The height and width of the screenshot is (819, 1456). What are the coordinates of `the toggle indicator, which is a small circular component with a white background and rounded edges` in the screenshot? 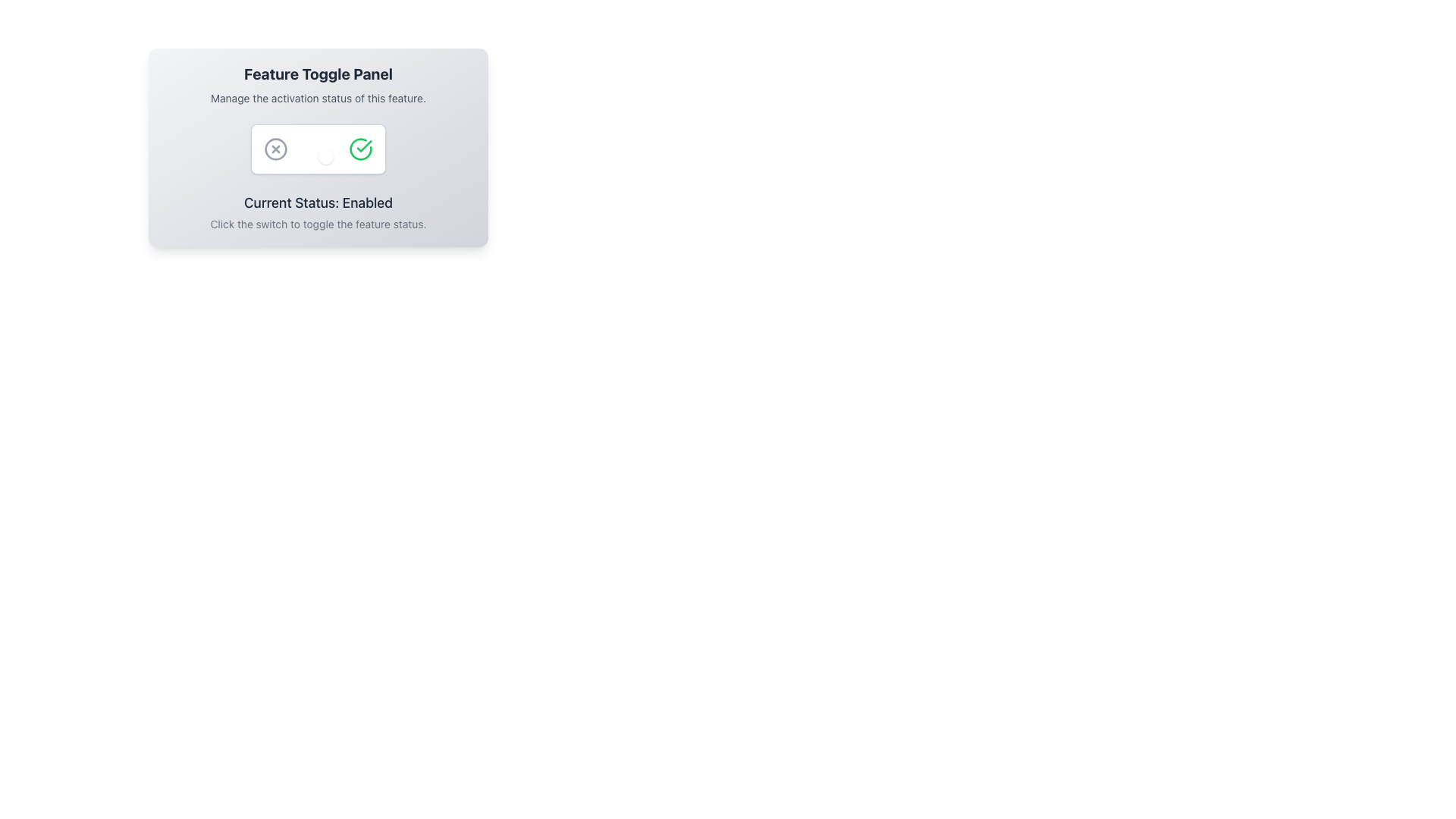 It's located at (325, 157).